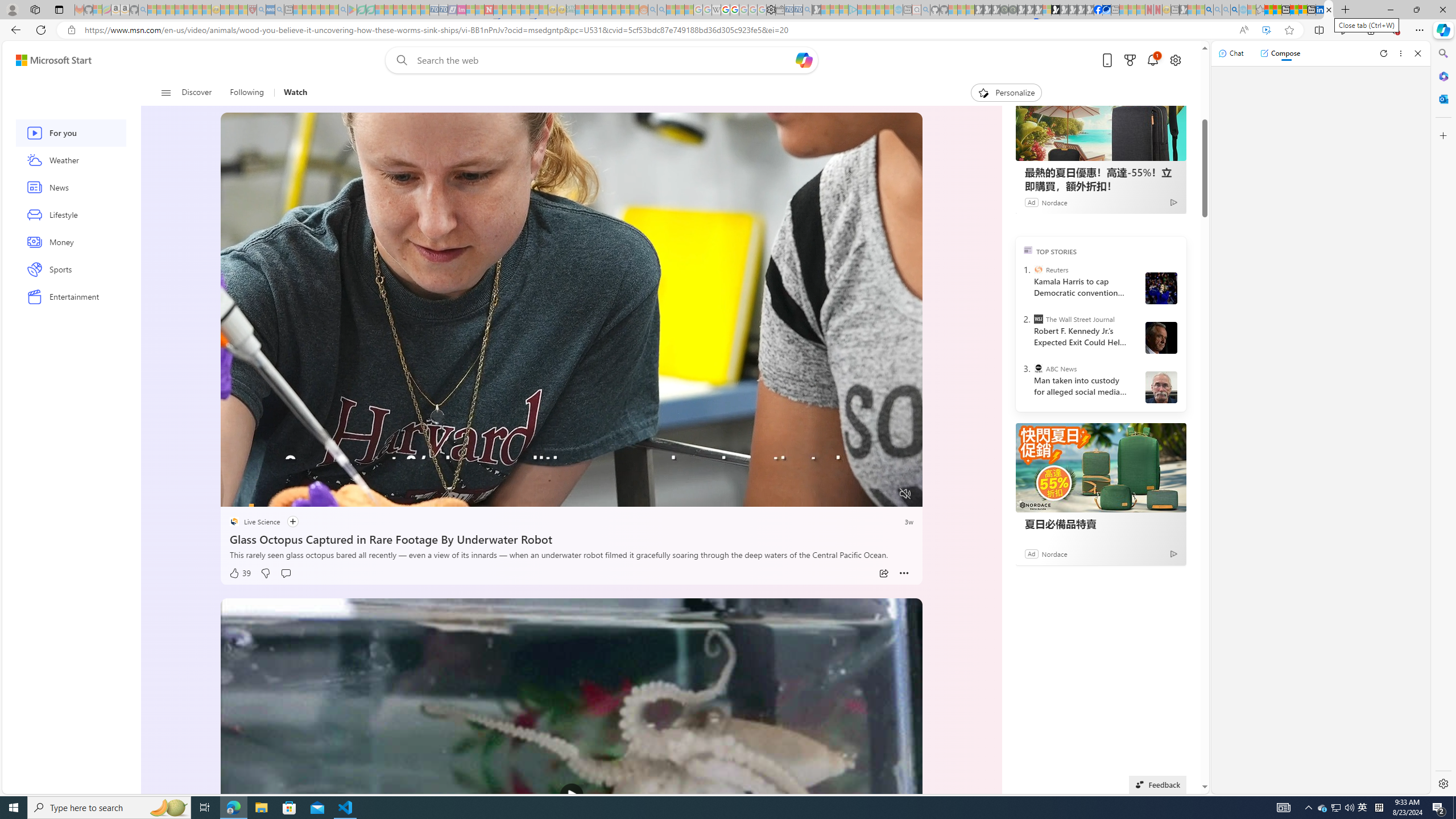 The width and height of the screenshot is (1456, 819). What do you see at coordinates (904, 573) in the screenshot?
I see `'Class: at-item inline-watch'` at bounding box center [904, 573].